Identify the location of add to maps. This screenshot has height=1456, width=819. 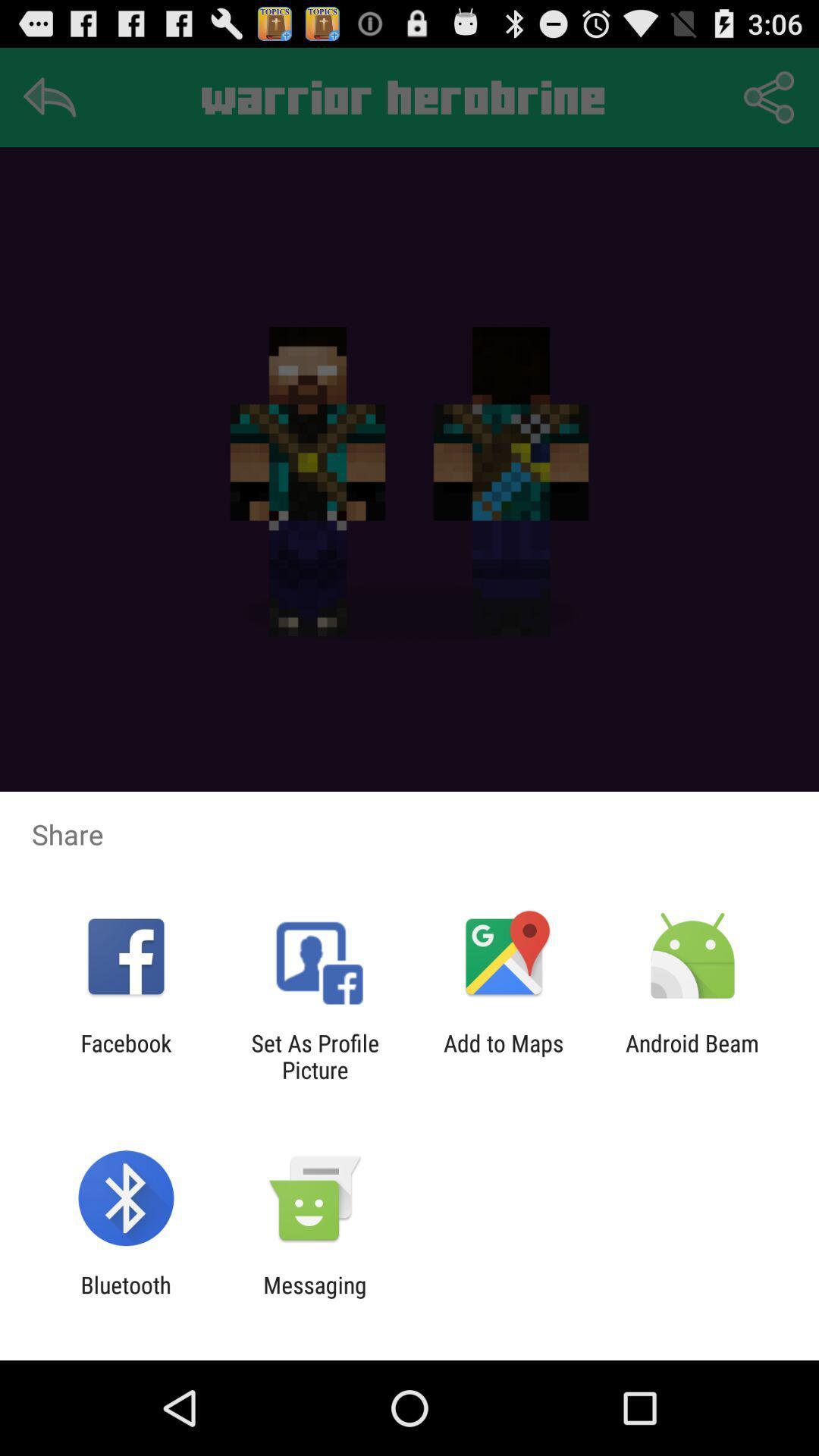
(504, 1056).